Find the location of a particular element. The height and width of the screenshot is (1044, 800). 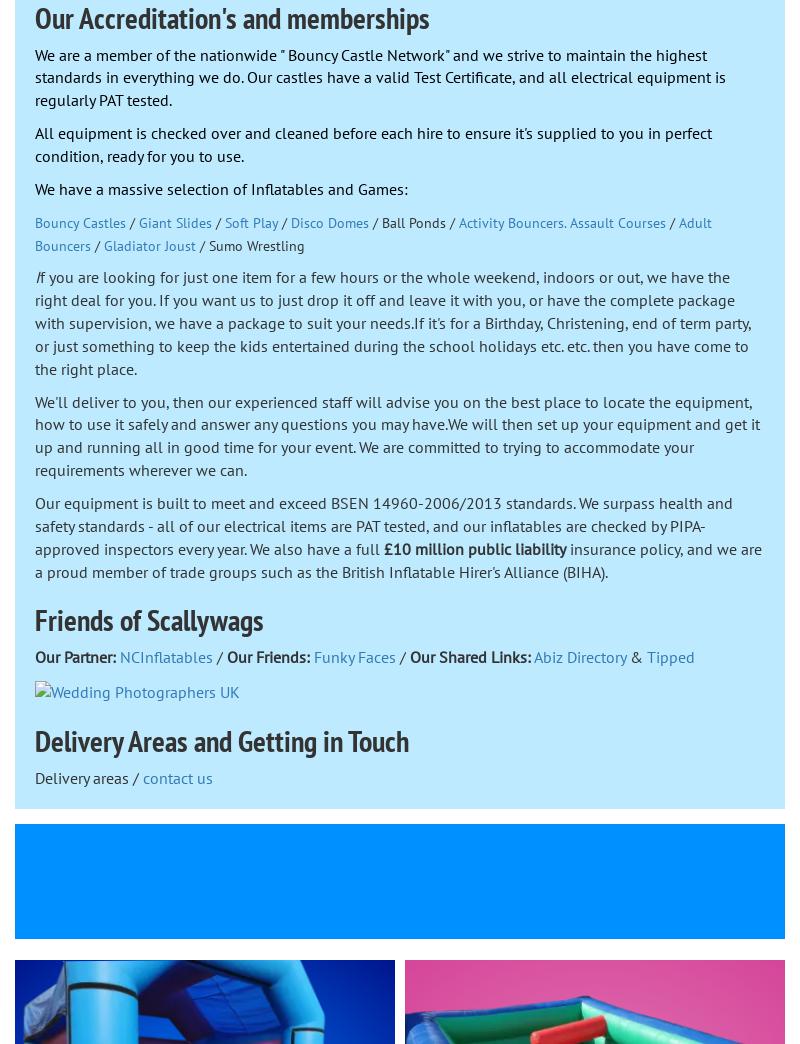

'Delivery Areas and Getting in Touch' is located at coordinates (33, 739).